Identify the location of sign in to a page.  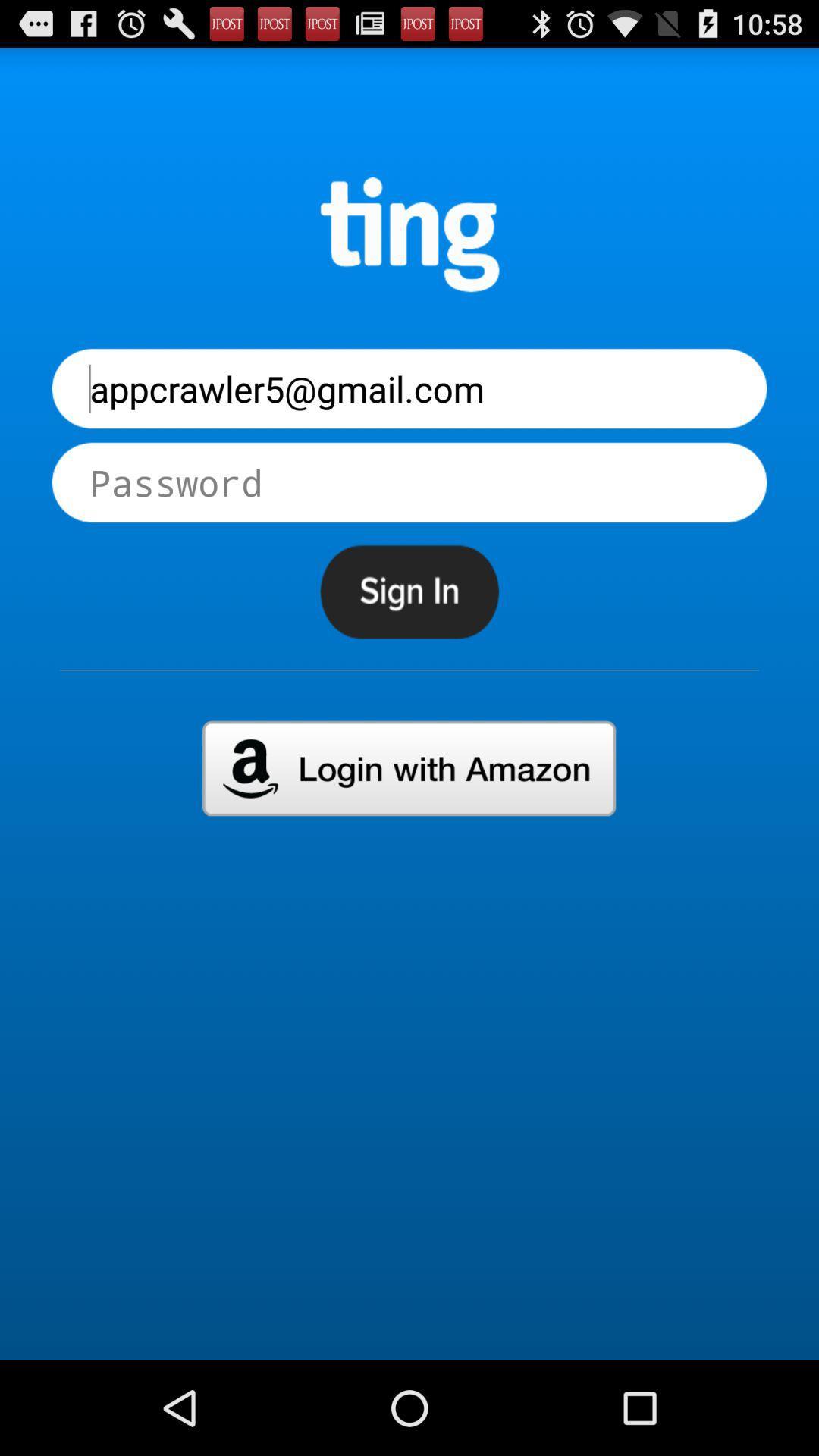
(408, 591).